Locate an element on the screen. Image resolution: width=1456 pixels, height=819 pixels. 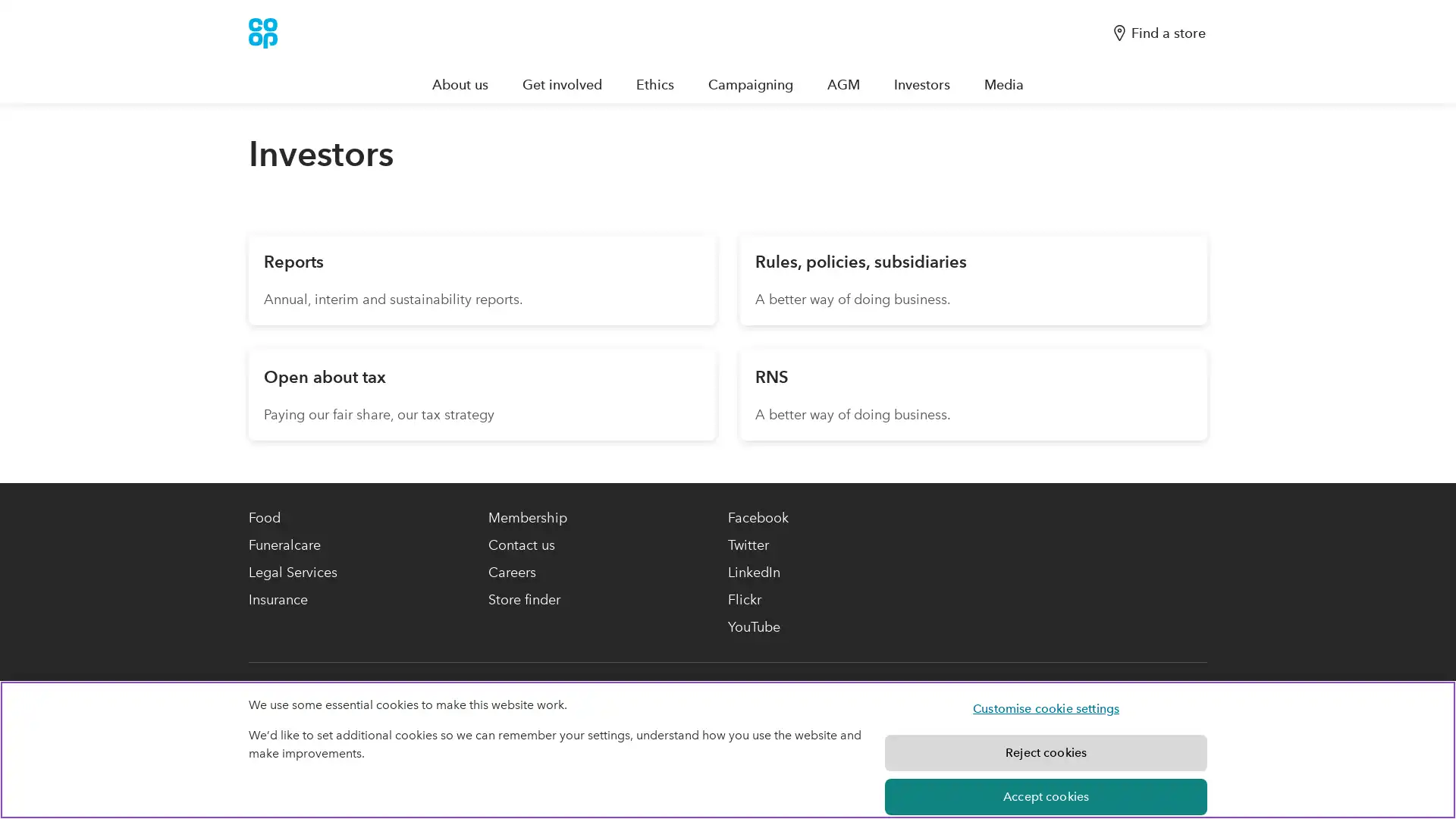
Customise cookie settings is located at coordinates (1044, 708).